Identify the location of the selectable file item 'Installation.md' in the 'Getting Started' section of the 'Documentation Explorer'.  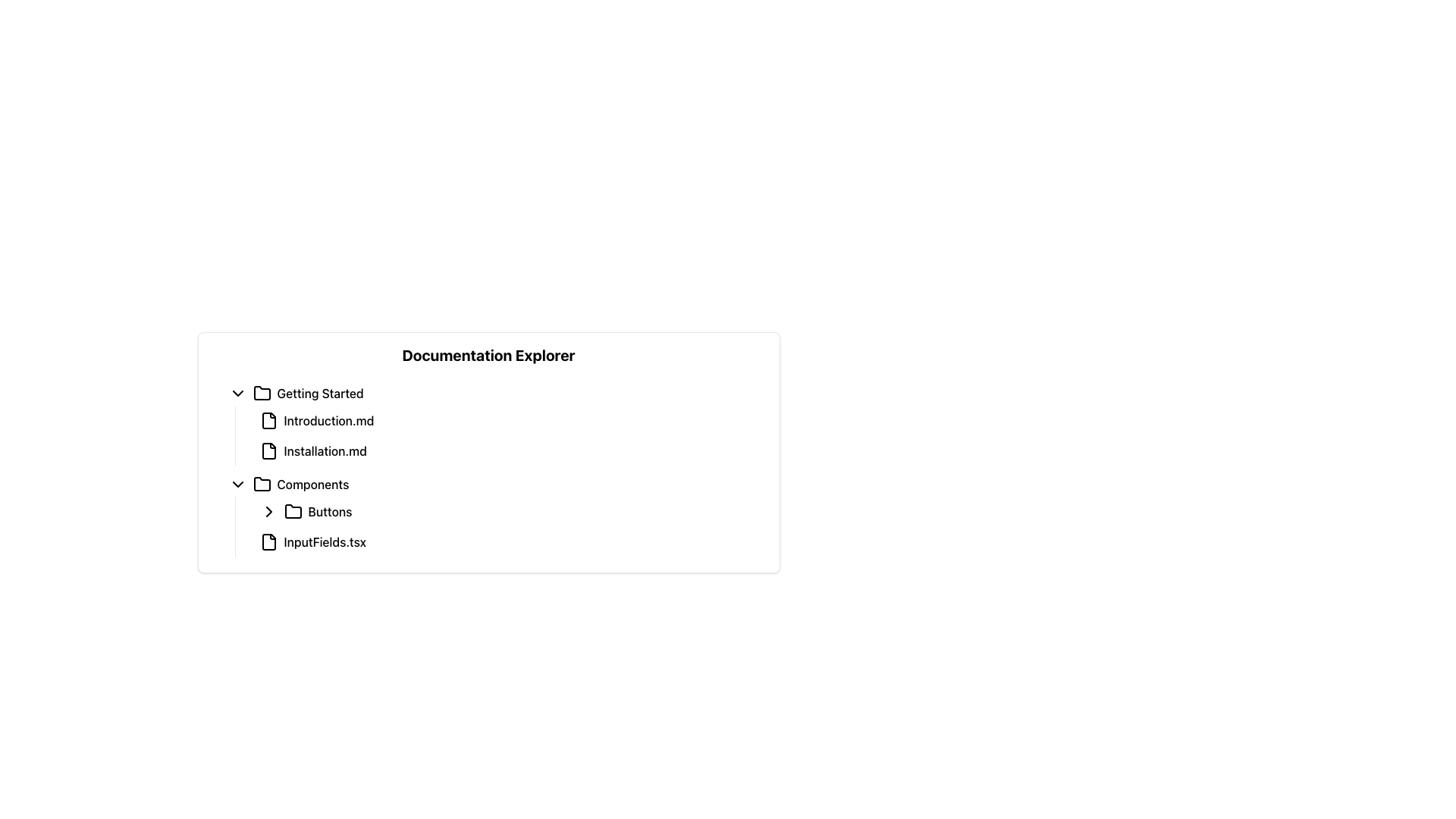
(312, 450).